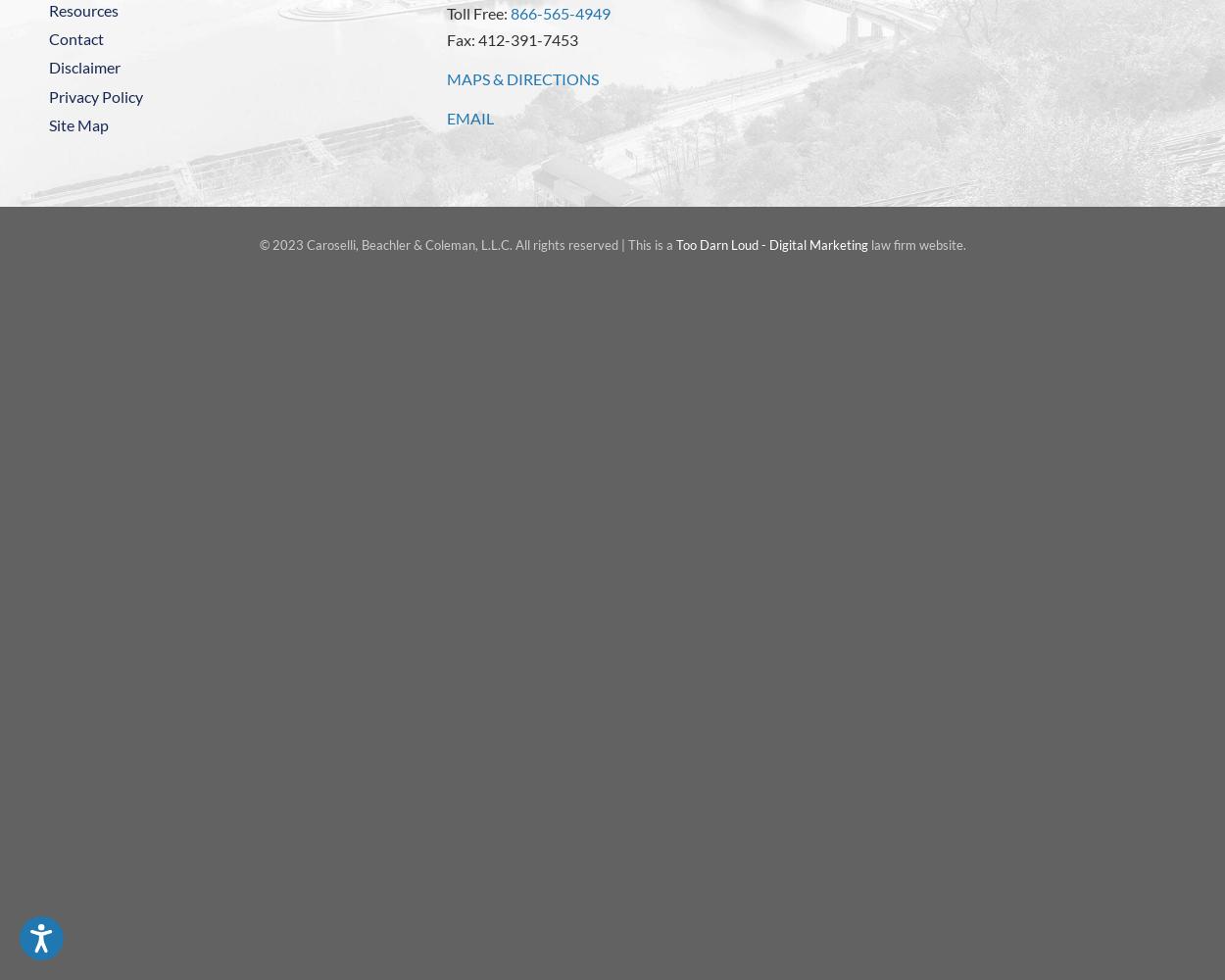  I want to click on 'Too Darn Loud - Digital Marketing', so click(771, 245).